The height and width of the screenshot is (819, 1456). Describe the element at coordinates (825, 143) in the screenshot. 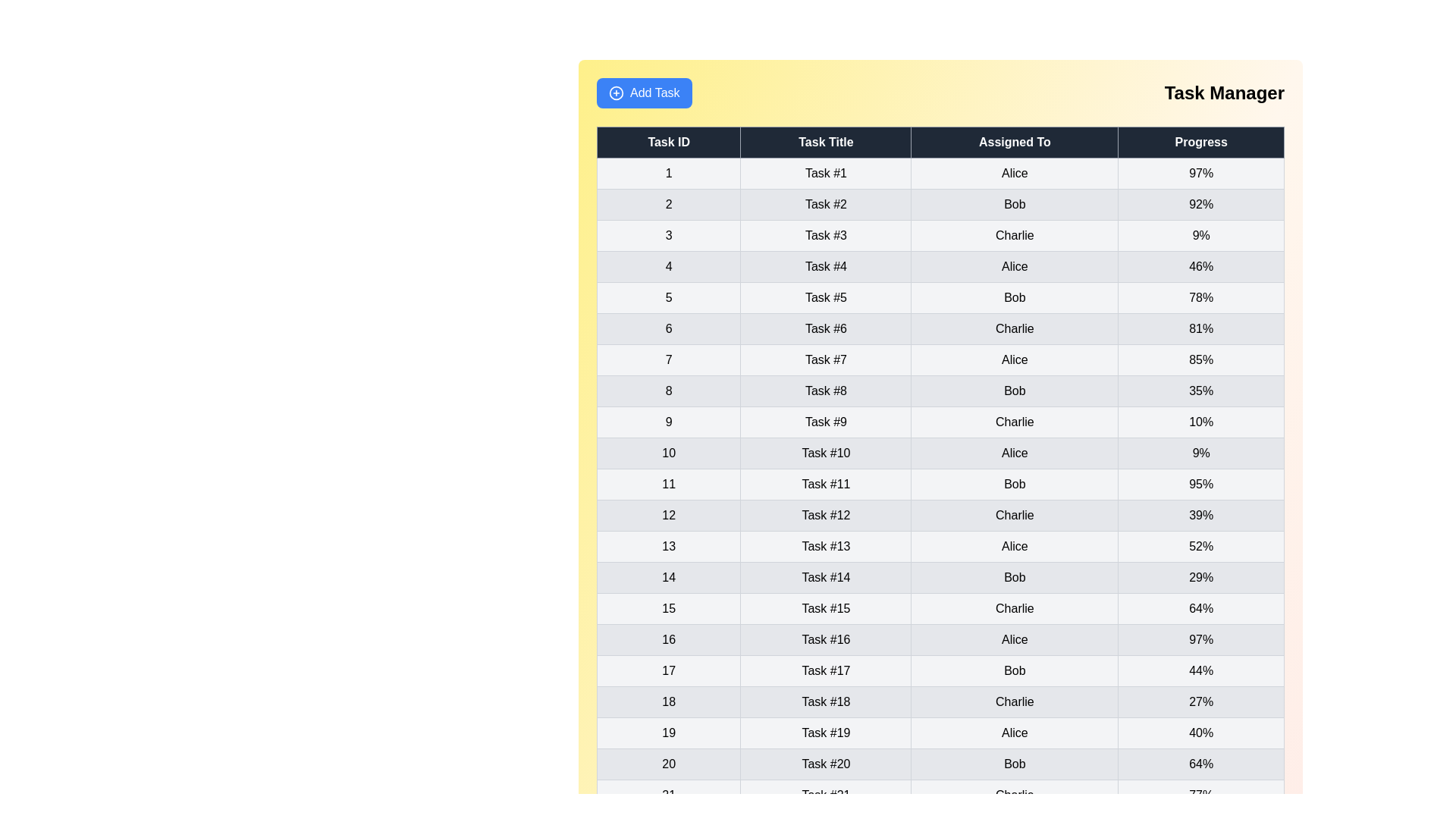

I see `the column header to sort the table by Task Title` at that location.